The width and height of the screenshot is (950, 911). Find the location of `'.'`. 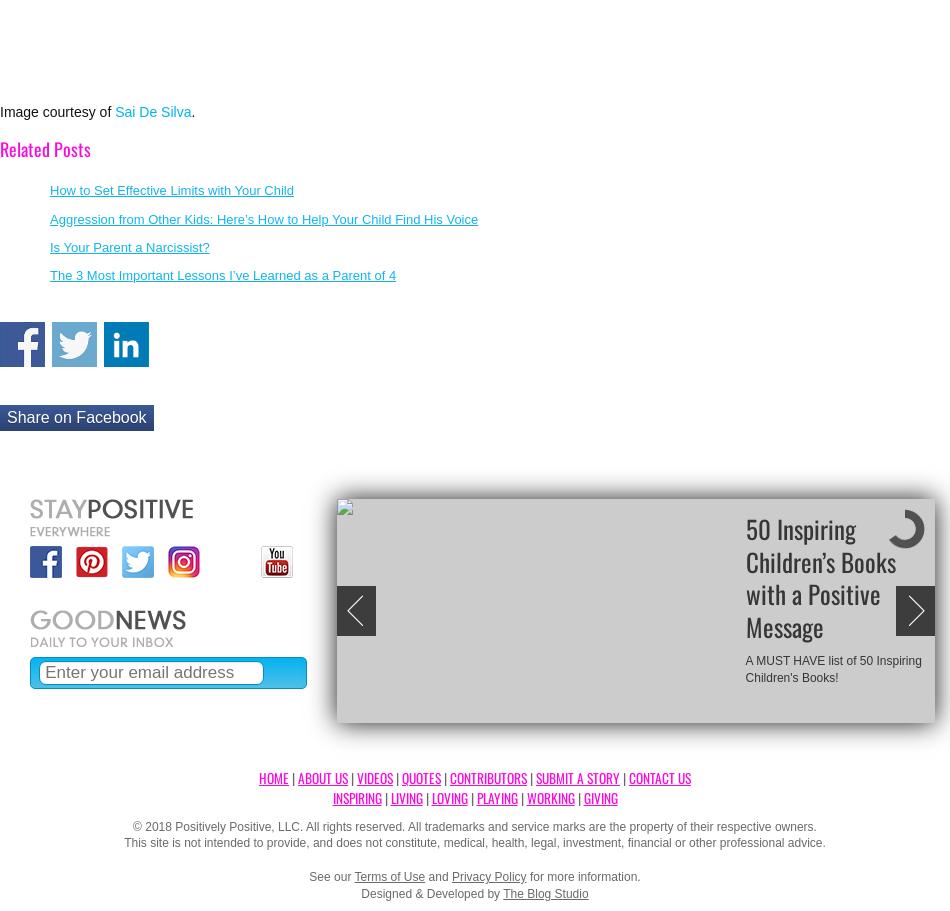

'.' is located at coordinates (193, 109).